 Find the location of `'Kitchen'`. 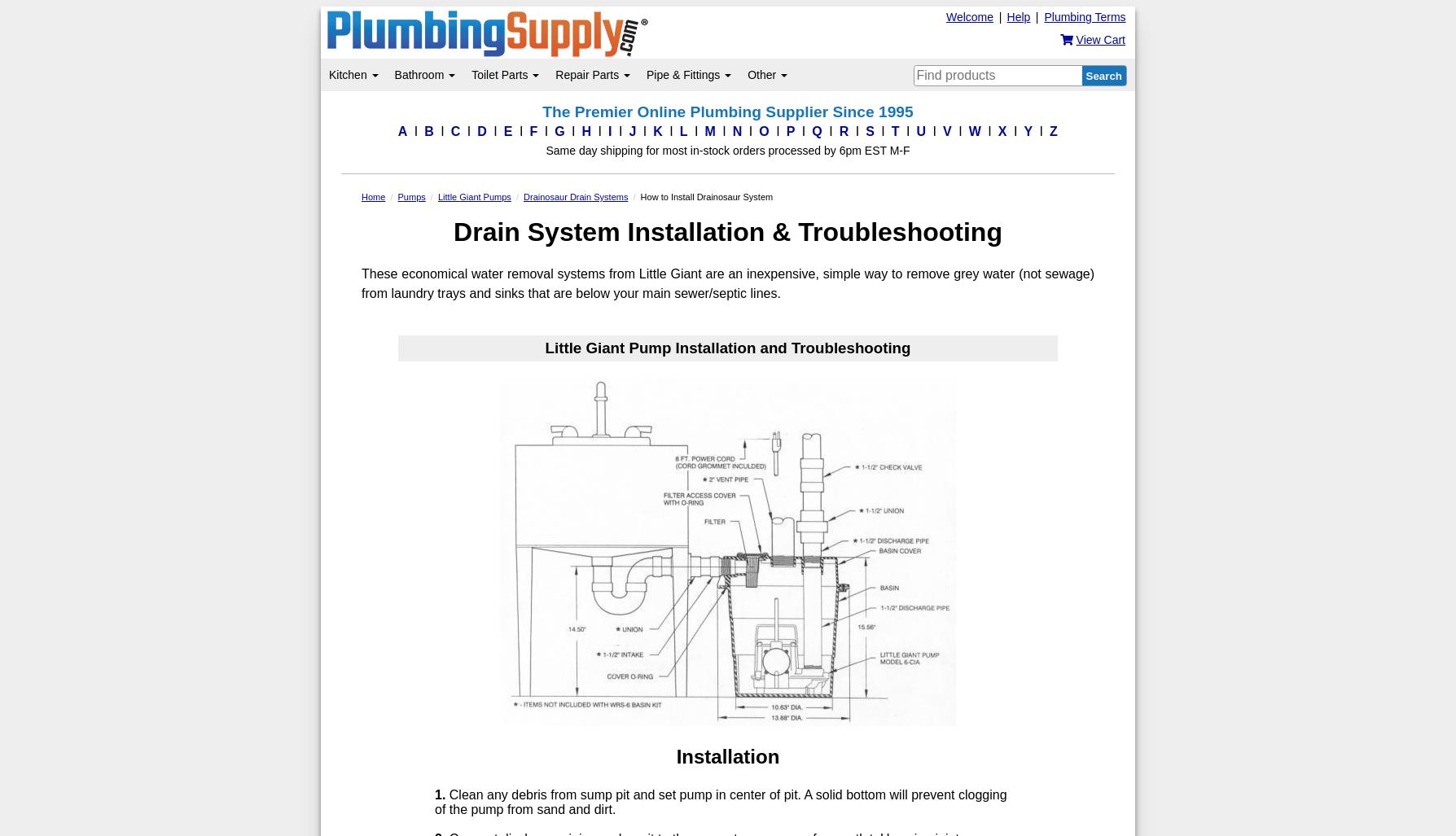

'Kitchen' is located at coordinates (328, 74).